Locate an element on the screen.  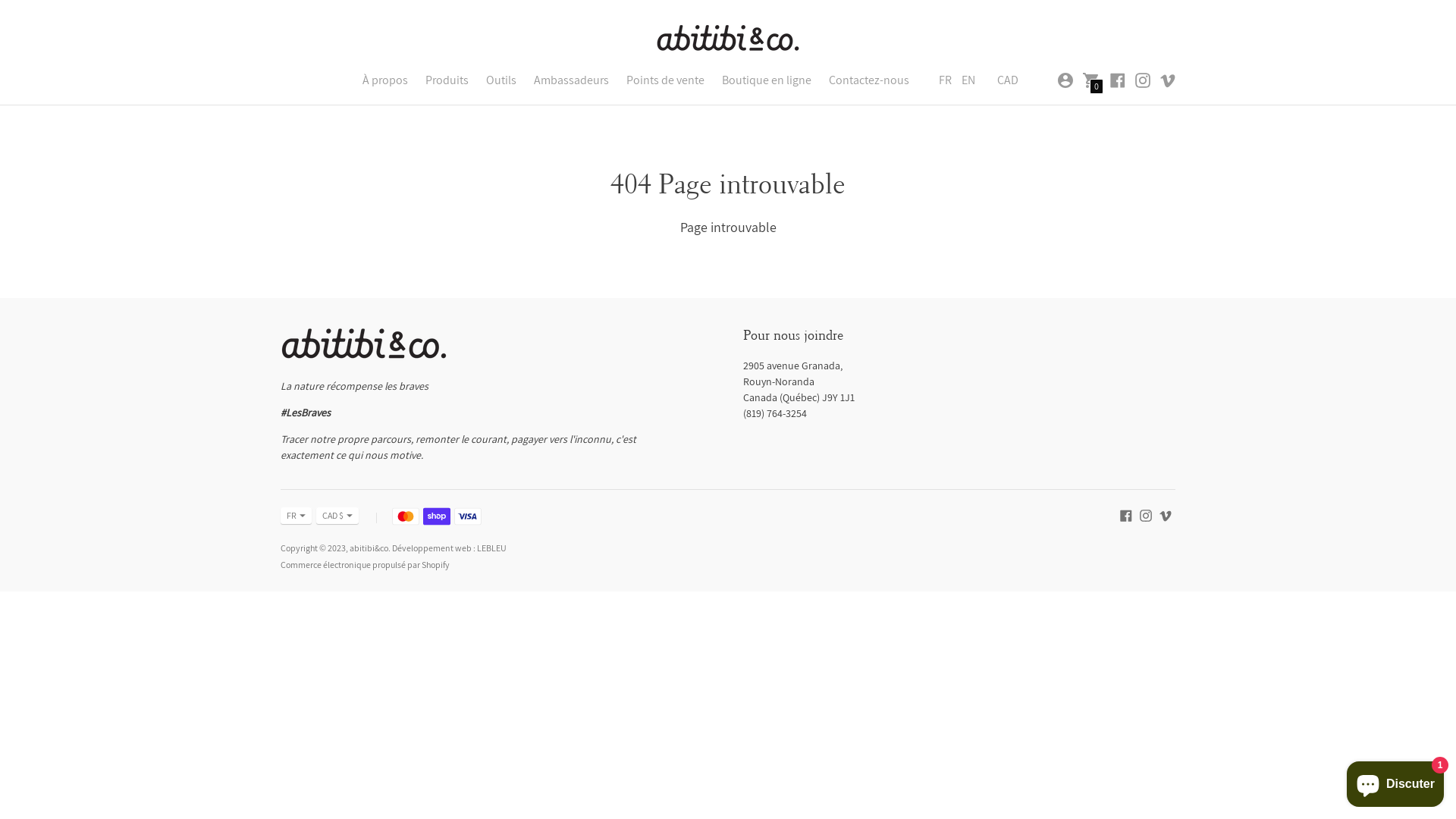
'FR' is located at coordinates (944, 80).